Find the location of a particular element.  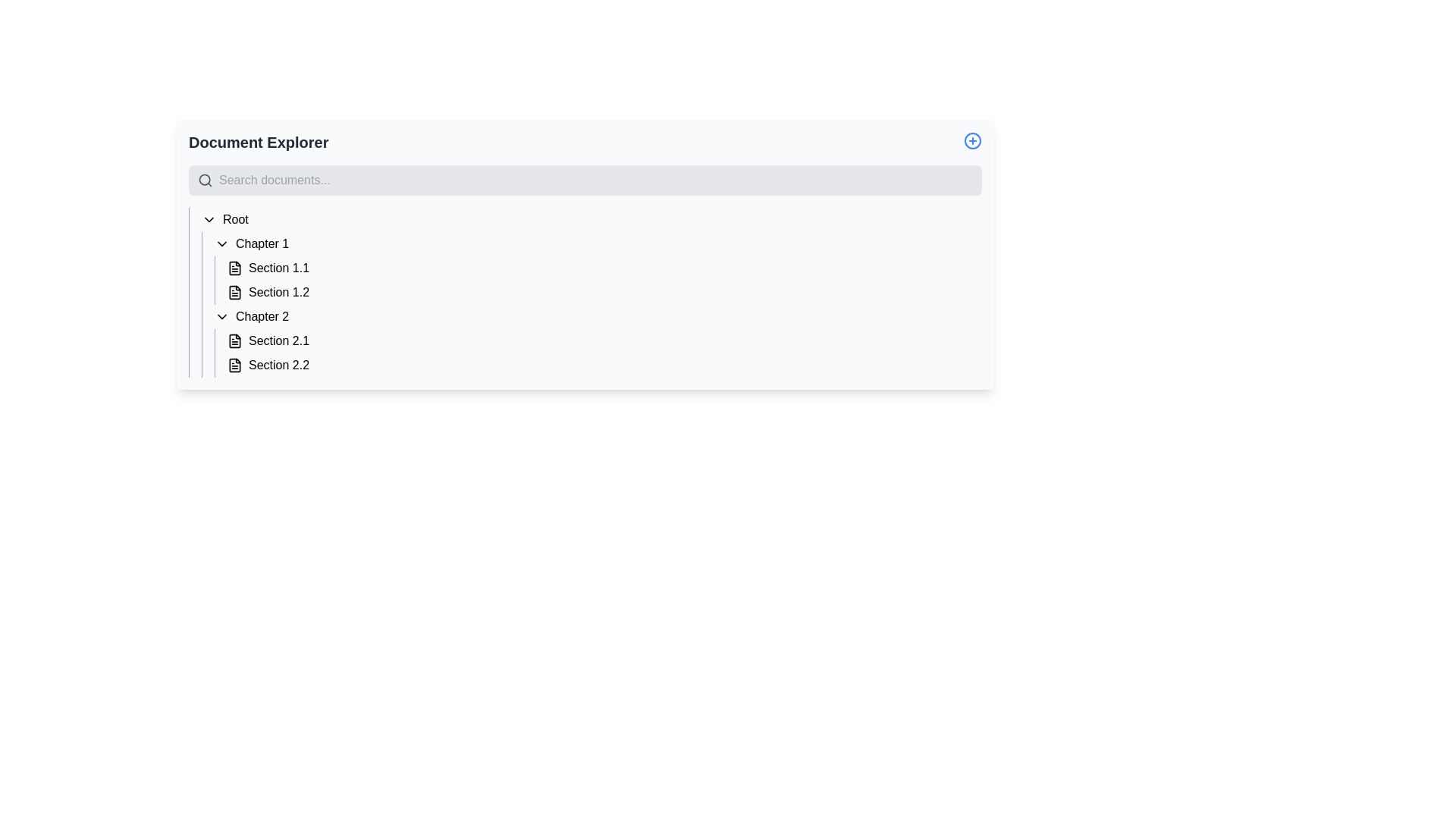

the document file icon located to the left of the text 'Section 2.2' in the Document Explorer tree view layout is located at coordinates (234, 366).